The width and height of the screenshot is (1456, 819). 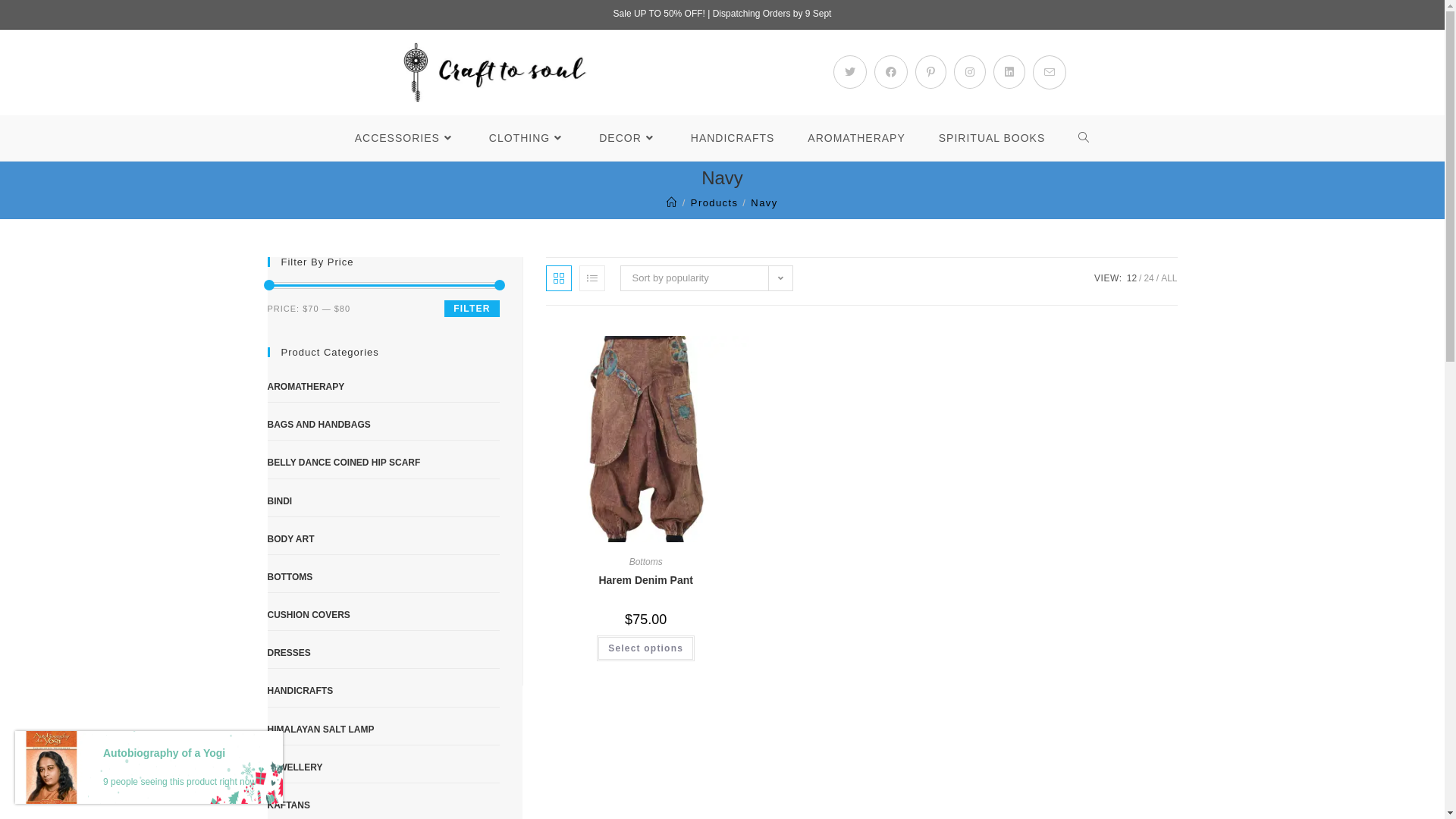 What do you see at coordinates (558, 278) in the screenshot?
I see `'Grid view'` at bounding box center [558, 278].